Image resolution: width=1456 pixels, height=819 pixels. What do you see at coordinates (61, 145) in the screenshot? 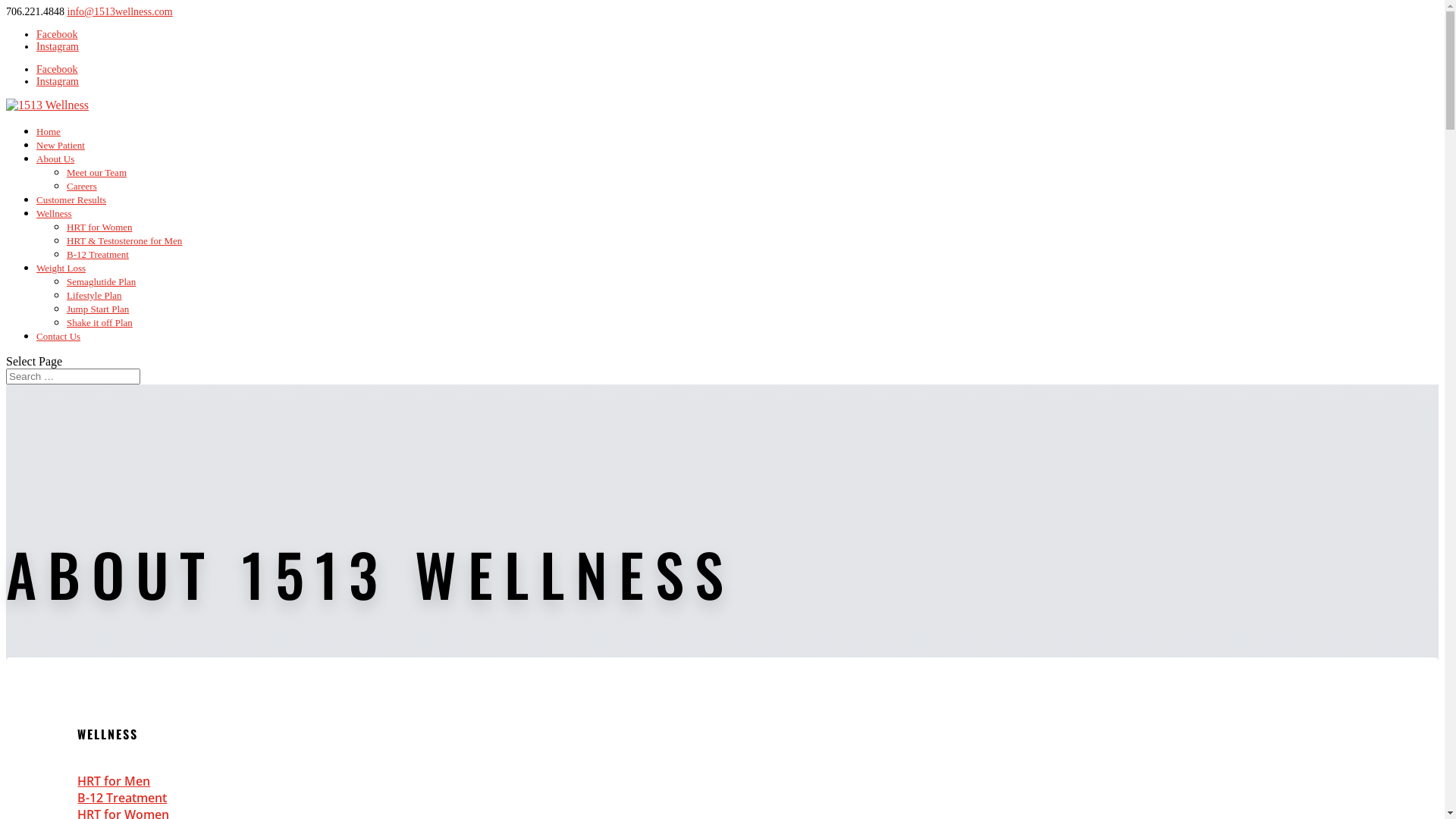
I see `'New Patient'` at bounding box center [61, 145].